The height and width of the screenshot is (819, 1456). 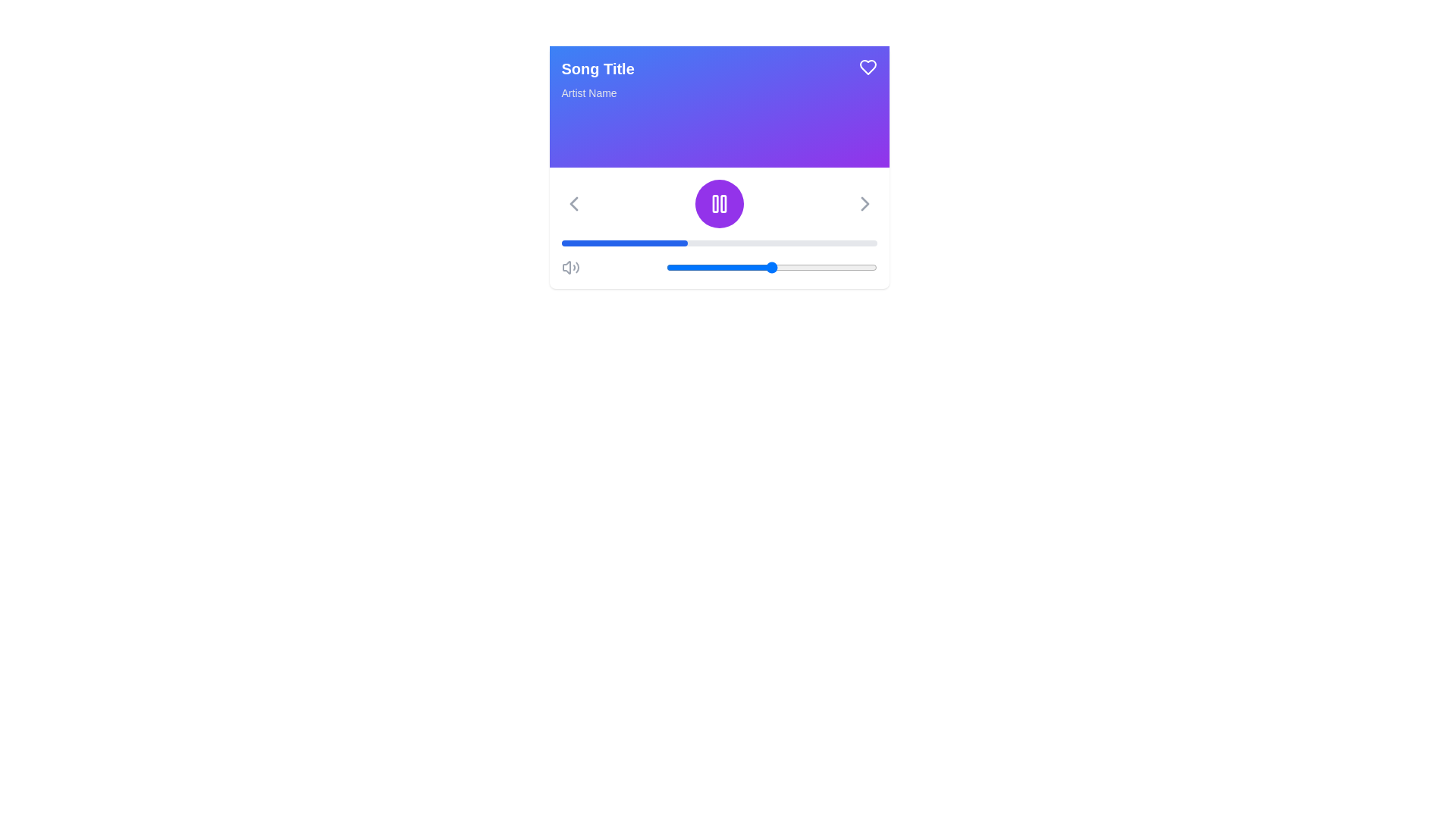 What do you see at coordinates (871, 267) in the screenshot?
I see `volume` at bounding box center [871, 267].